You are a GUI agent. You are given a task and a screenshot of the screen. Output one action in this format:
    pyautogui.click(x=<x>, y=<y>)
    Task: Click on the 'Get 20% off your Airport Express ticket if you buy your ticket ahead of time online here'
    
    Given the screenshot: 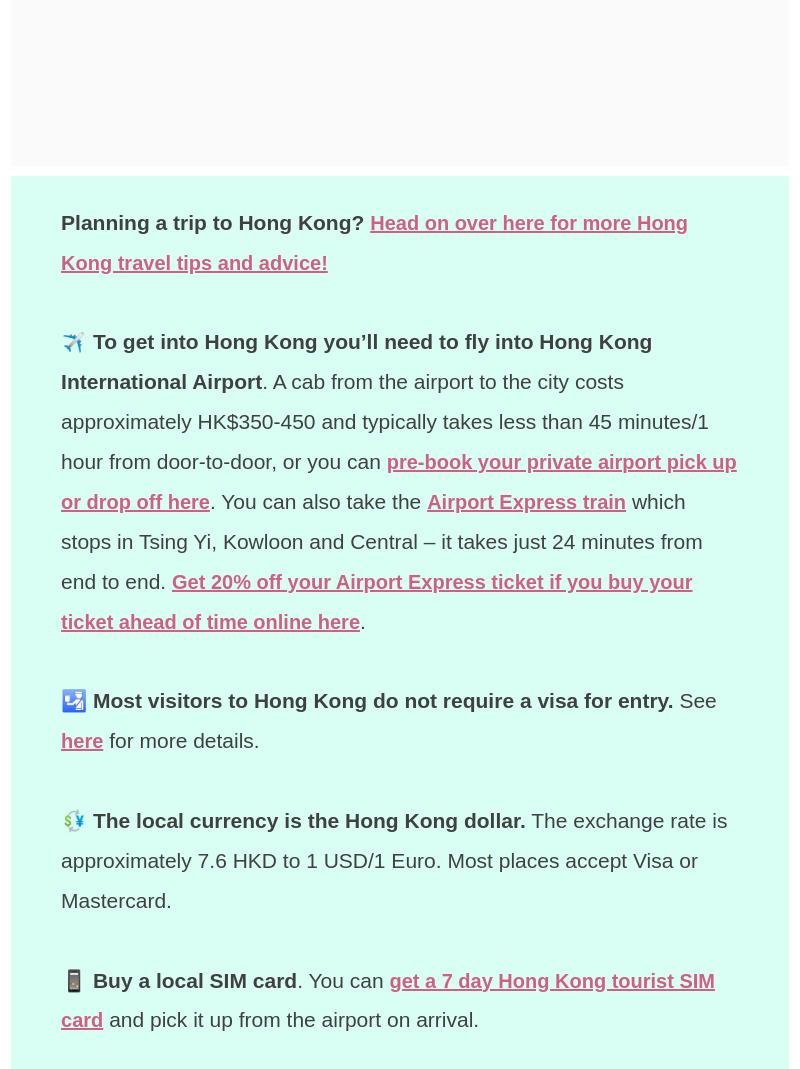 What is the action you would take?
    pyautogui.click(x=388, y=600)
    